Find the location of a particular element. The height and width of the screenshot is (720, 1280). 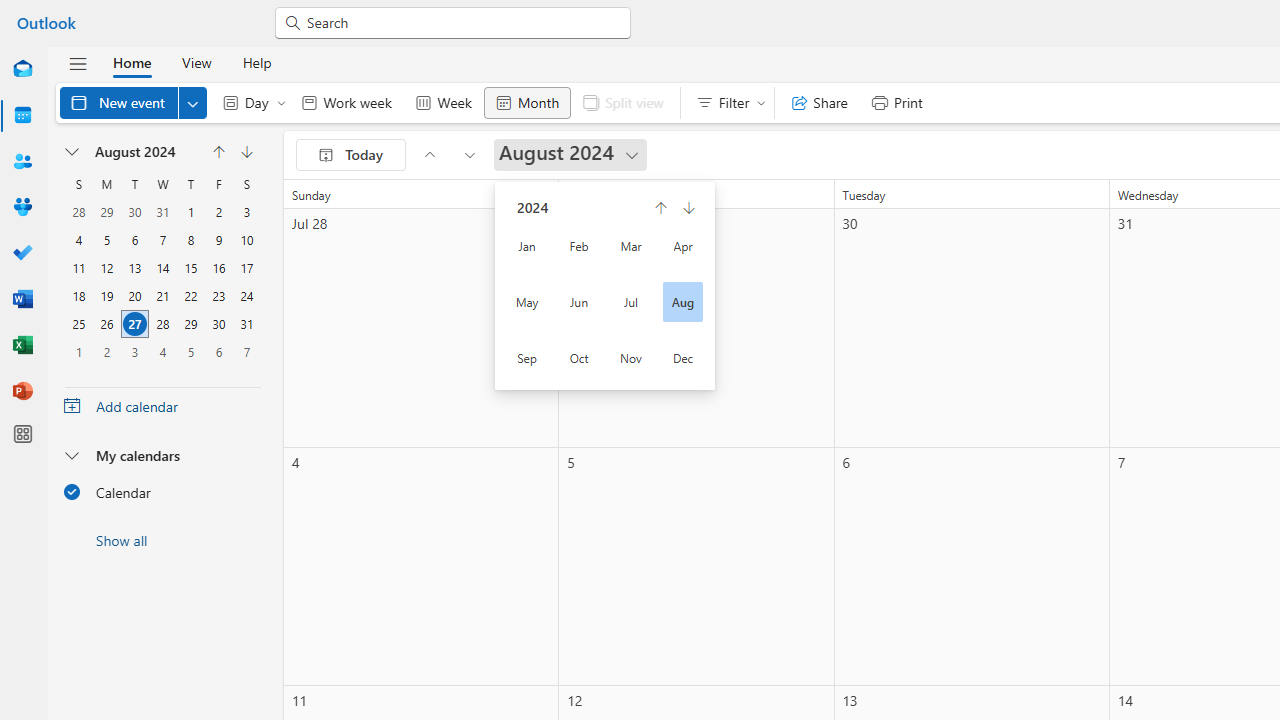

'6, August, 2024' is located at coordinates (134, 239).